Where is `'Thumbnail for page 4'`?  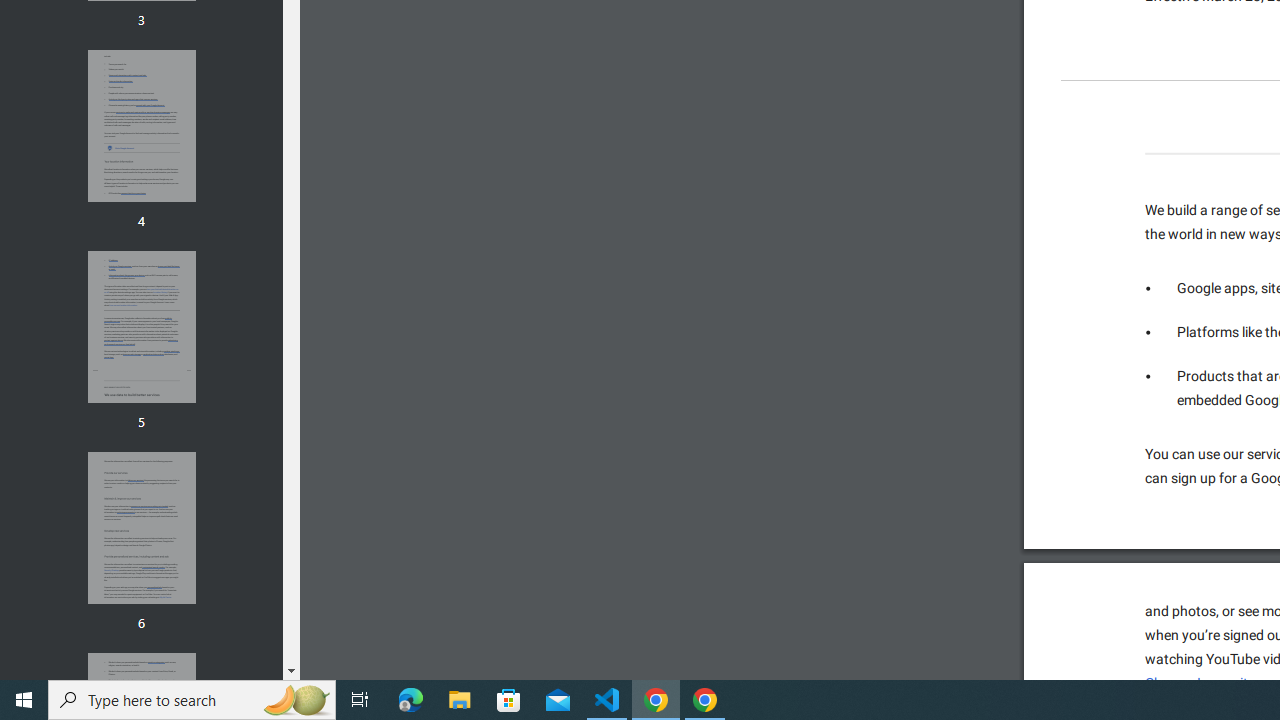
'Thumbnail for page 4' is located at coordinates (140, 126).